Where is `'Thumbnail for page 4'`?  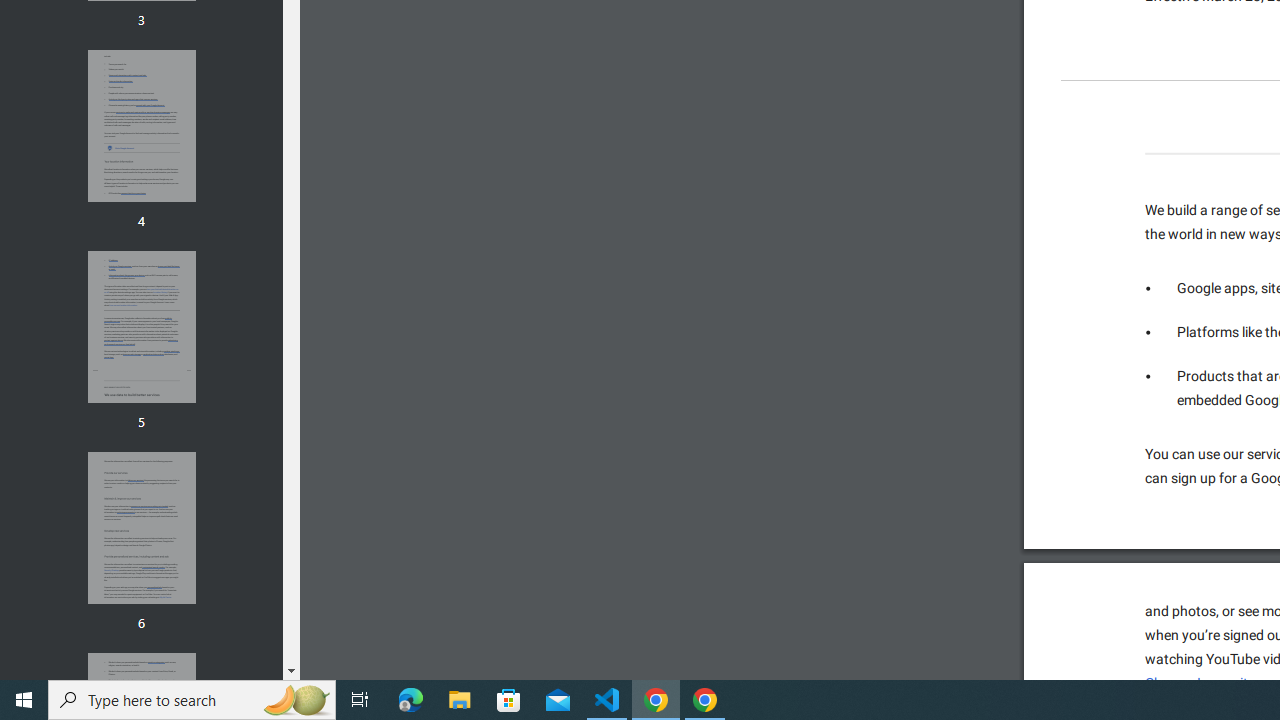
'Thumbnail for page 4' is located at coordinates (140, 126).